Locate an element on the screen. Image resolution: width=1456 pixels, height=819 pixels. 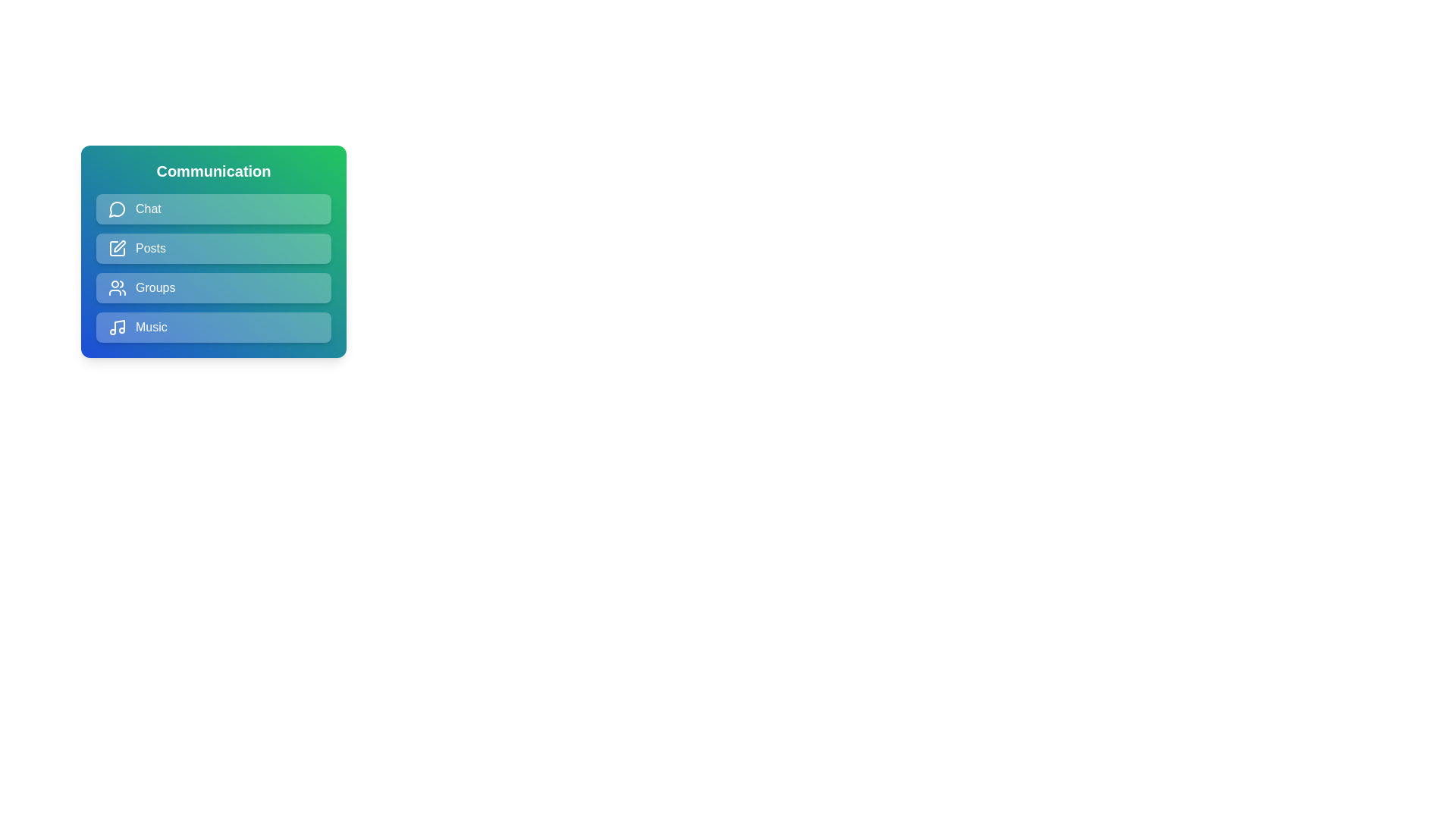
the icon associated with the Groups menu item is located at coordinates (116, 288).